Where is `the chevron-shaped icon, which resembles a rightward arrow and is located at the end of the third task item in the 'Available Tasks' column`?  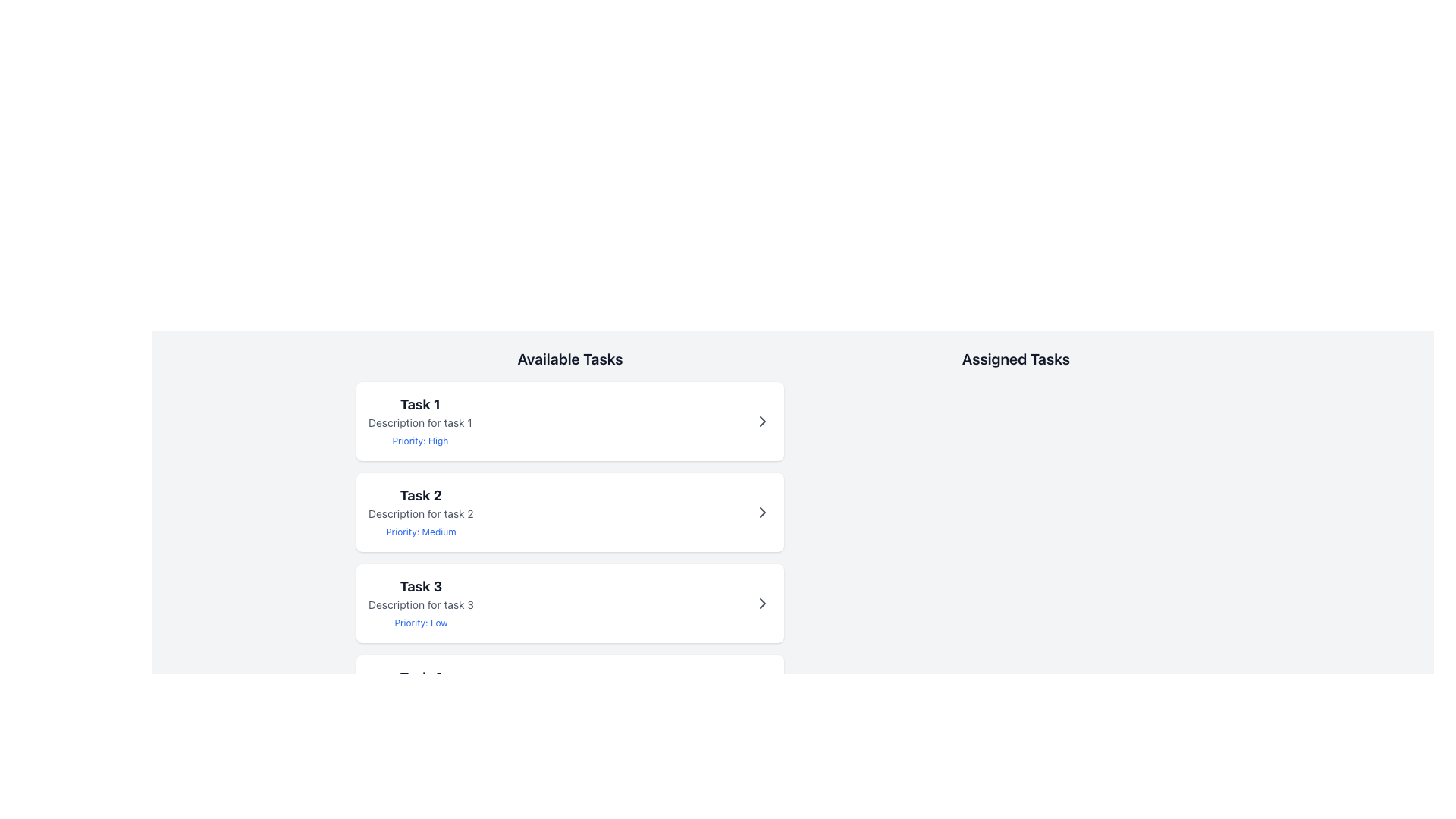 the chevron-shaped icon, which resembles a rightward arrow and is located at the end of the third task item in the 'Available Tasks' column is located at coordinates (763, 602).